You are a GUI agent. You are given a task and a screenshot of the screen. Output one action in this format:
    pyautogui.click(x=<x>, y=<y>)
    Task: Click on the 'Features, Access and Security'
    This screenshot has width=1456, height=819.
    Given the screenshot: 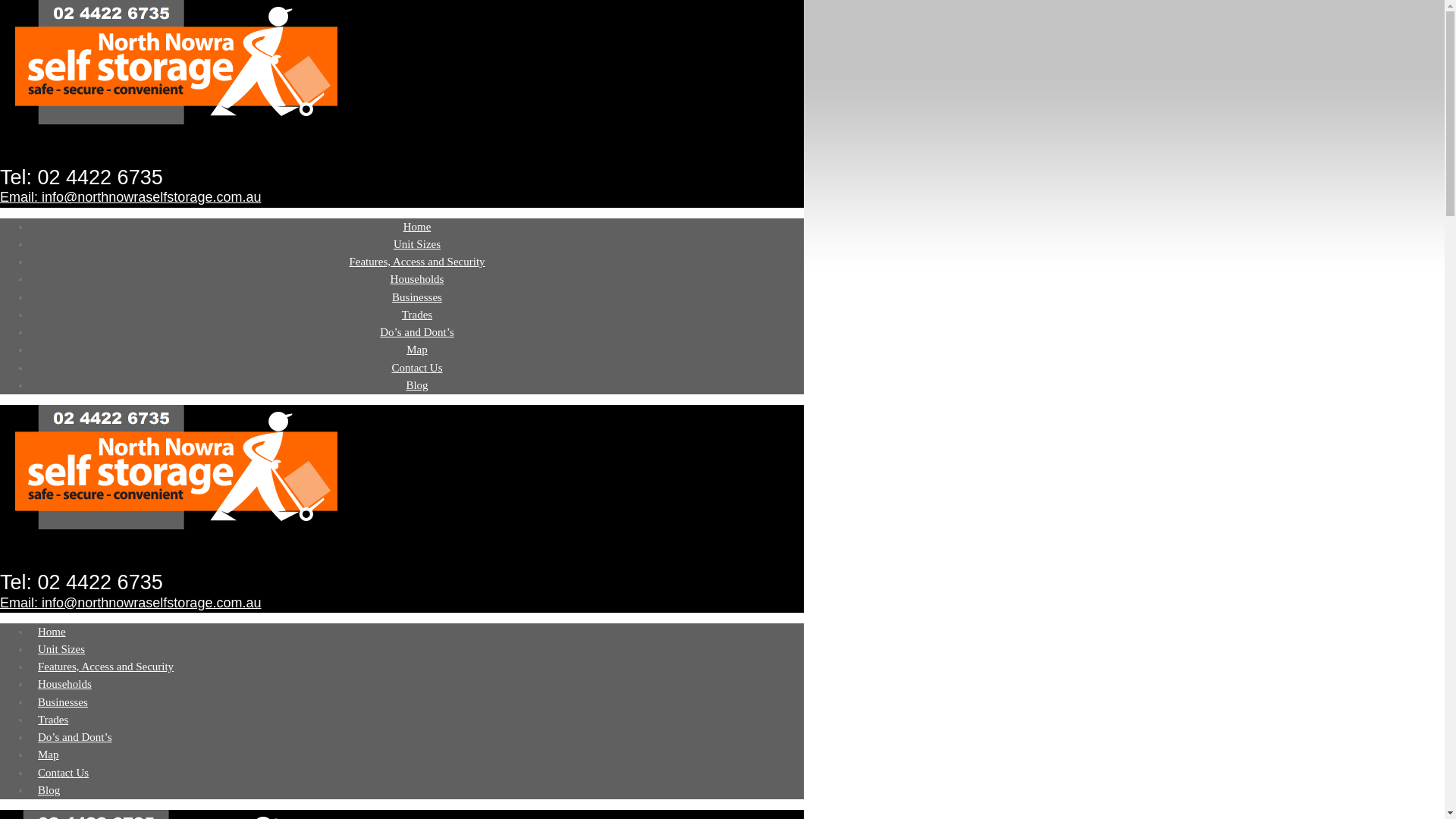 What is the action you would take?
    pyautogui.click(x=105, y=666)
    